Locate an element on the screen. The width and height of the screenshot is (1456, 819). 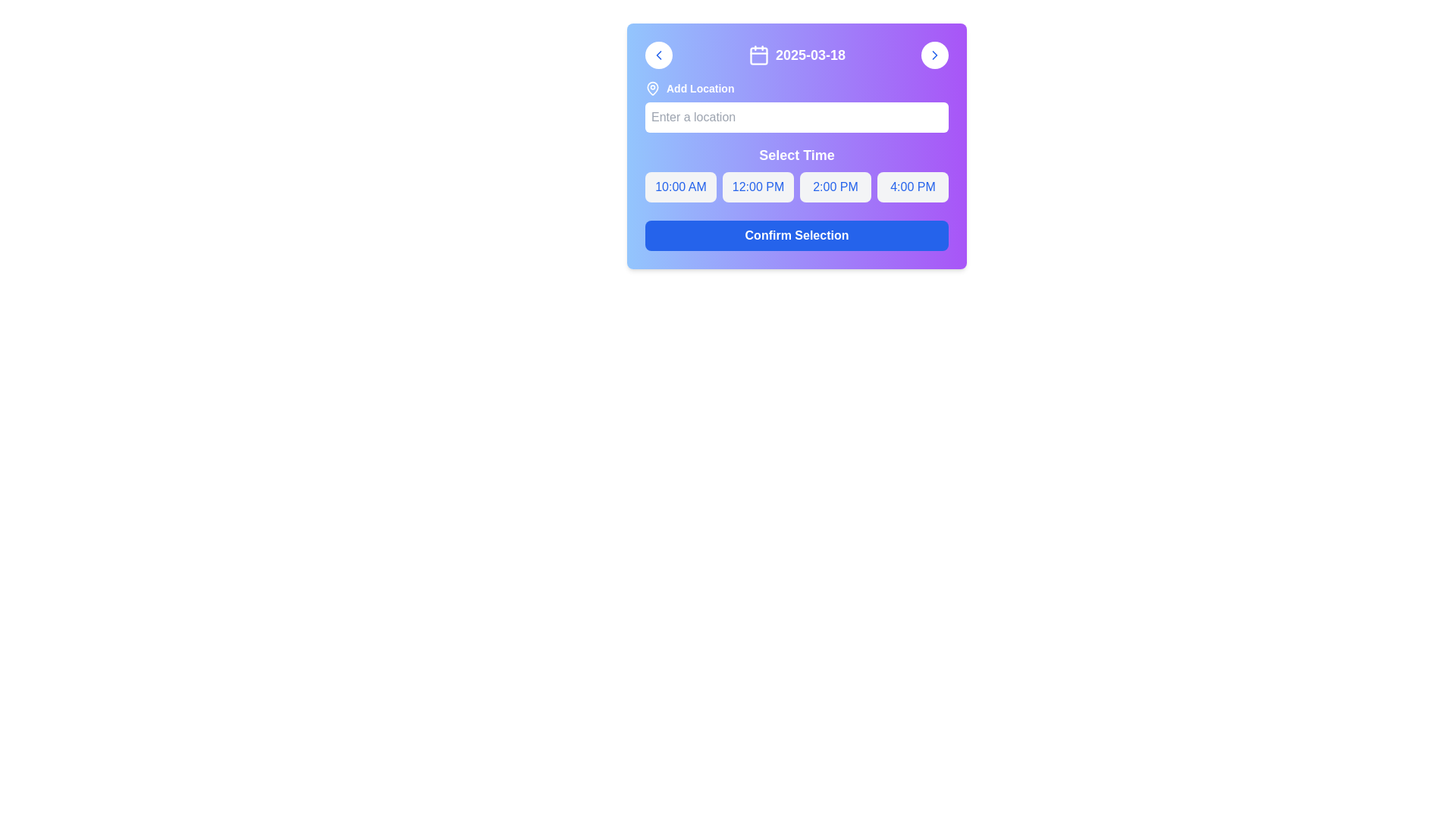
the rectangular button displaying '10:00 AM' in blue is located at coordinates (679, 186).